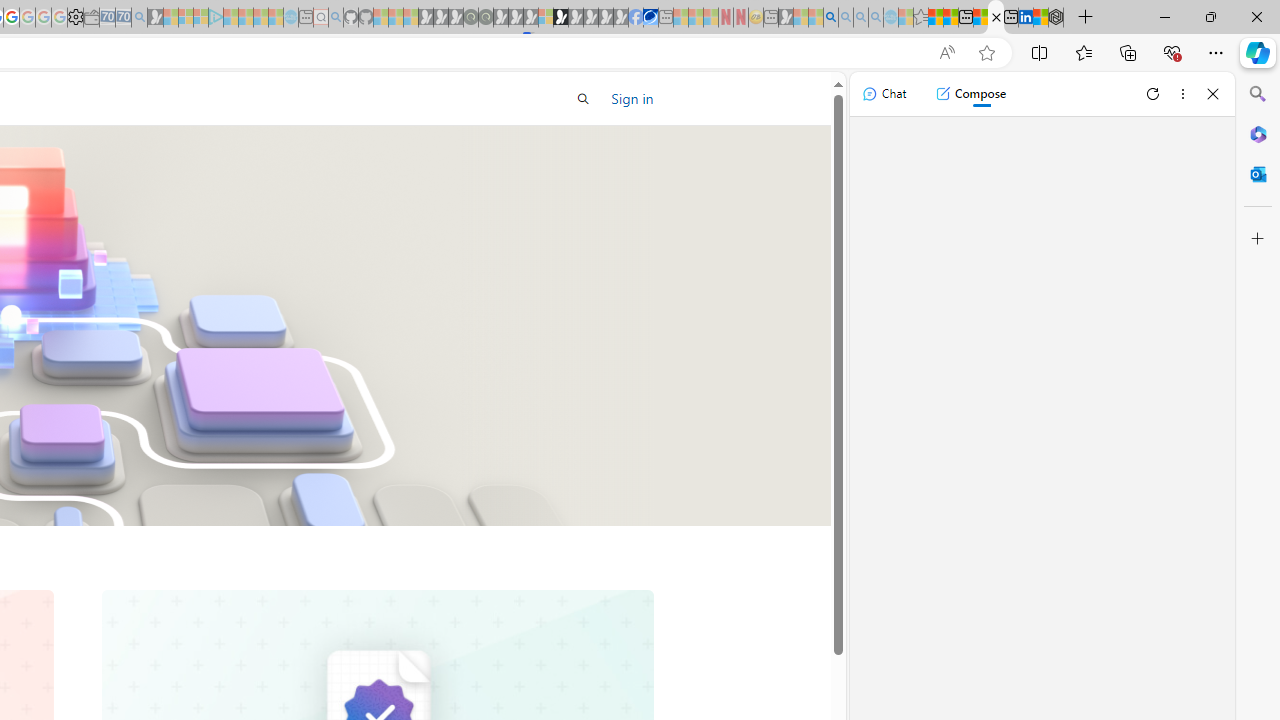  I want to click on 'AQI & Health | AirNow.gov', so click(650, 17).